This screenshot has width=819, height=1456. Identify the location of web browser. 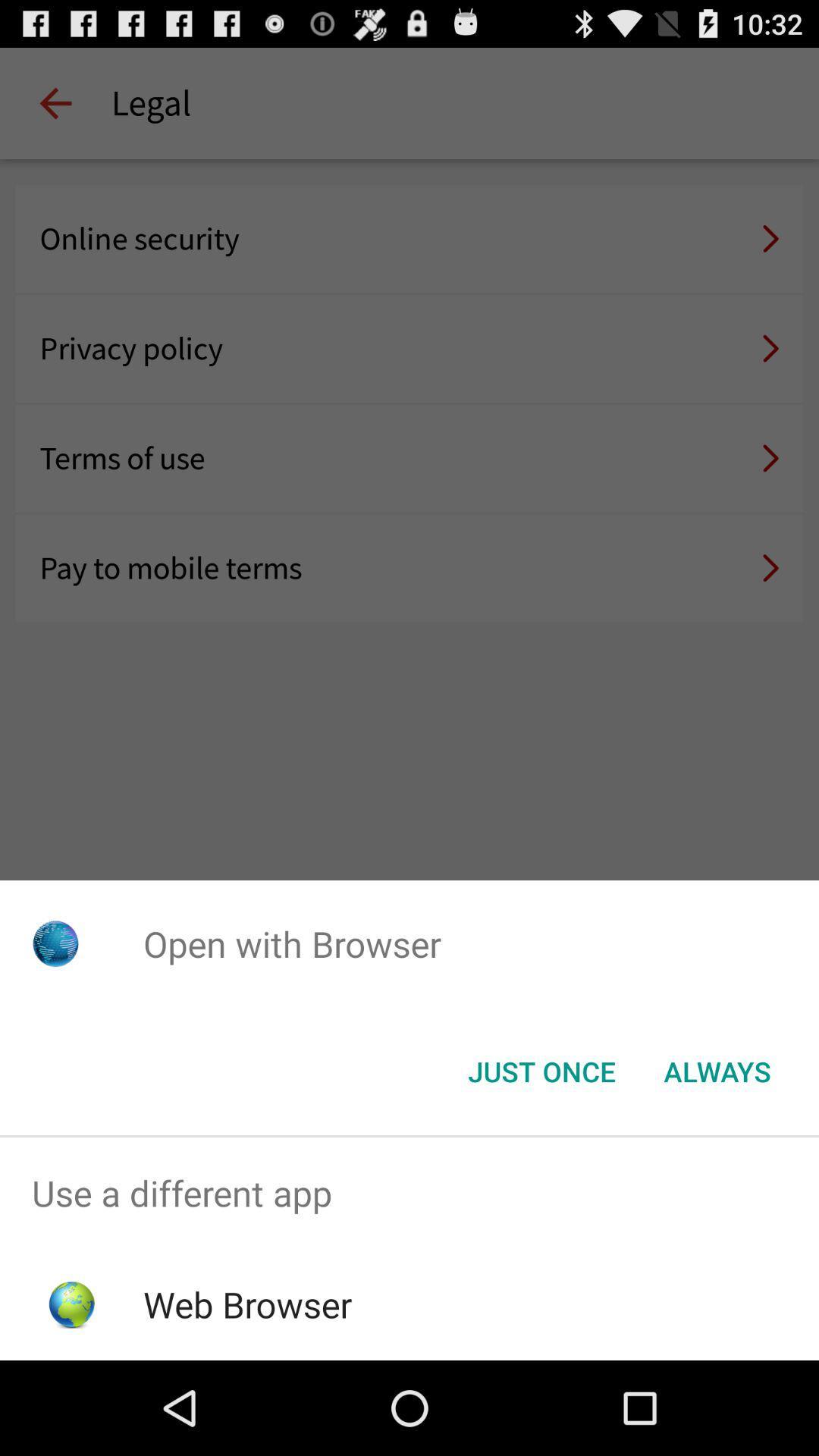
(246, 1304).